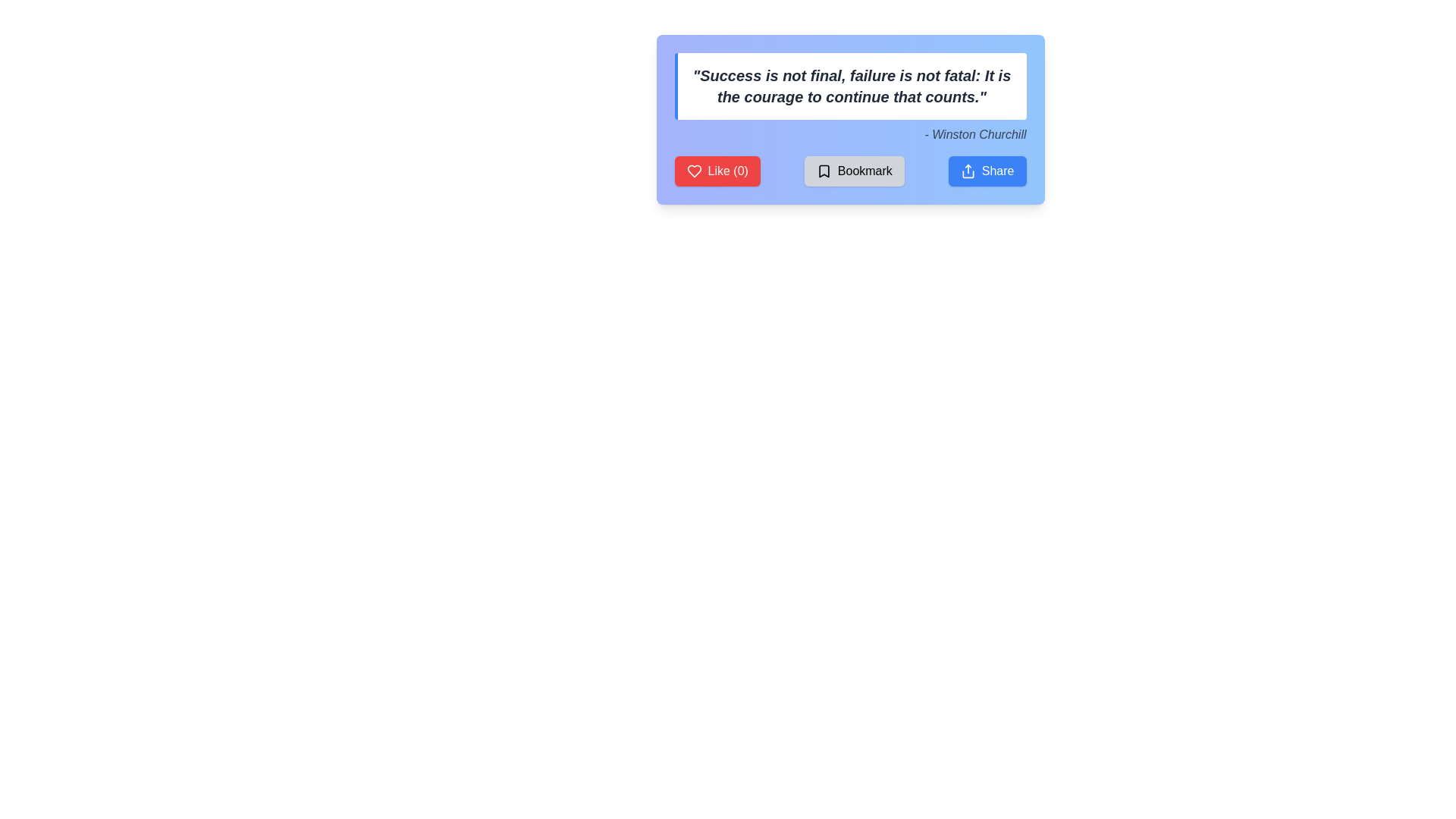 The width and height of the screenshot is (1456, 819). Describe the element at coordinates (717, 171) in the screenshot. I see `the red 'Like (0)' button with a heart icon` at that location.